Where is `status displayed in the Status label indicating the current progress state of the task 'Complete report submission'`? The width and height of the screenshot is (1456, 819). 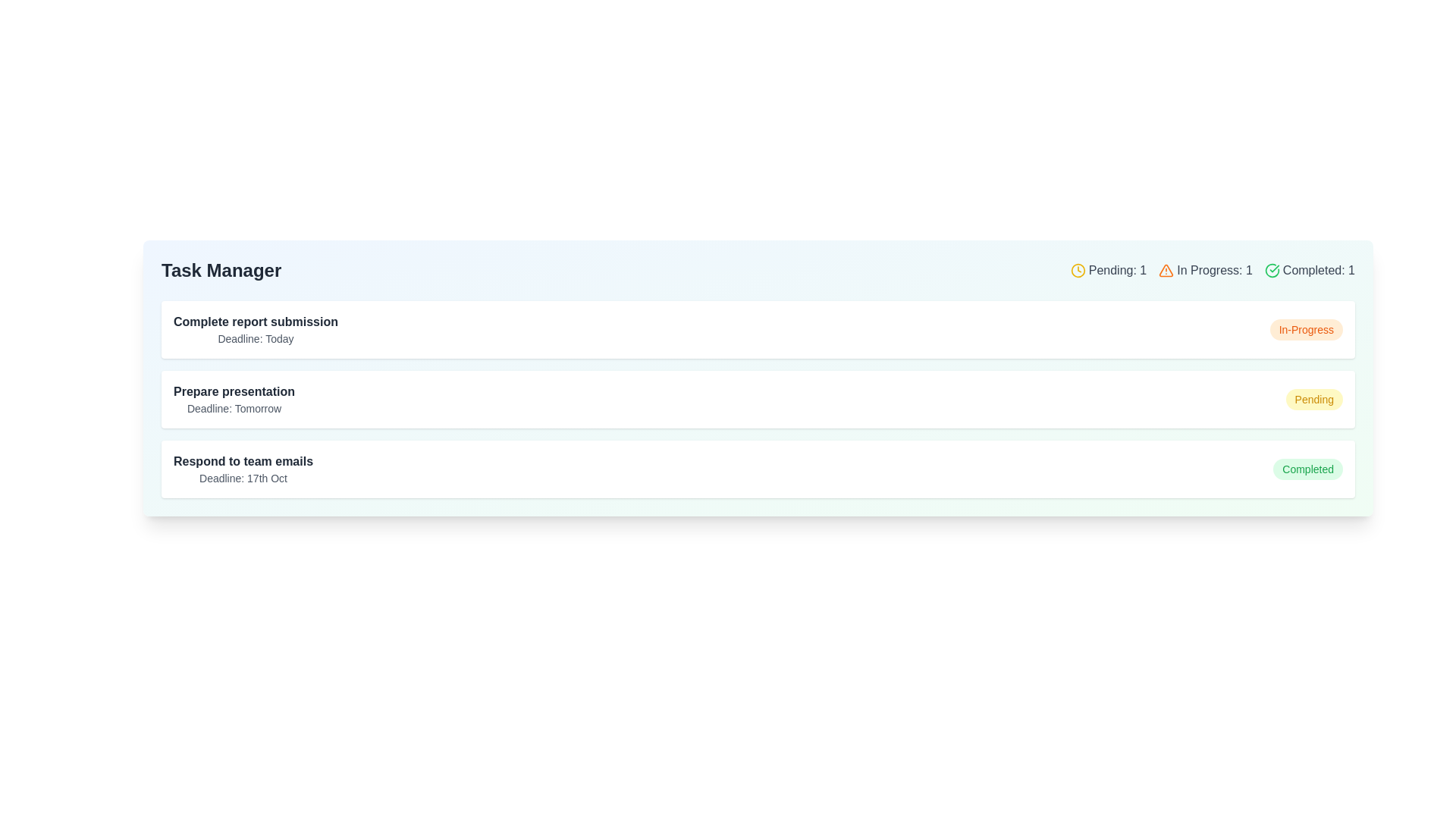
status displayed in the Status label indicating the current progress state of the task 'Complete report submission' is located at coordinates (1305, 329).